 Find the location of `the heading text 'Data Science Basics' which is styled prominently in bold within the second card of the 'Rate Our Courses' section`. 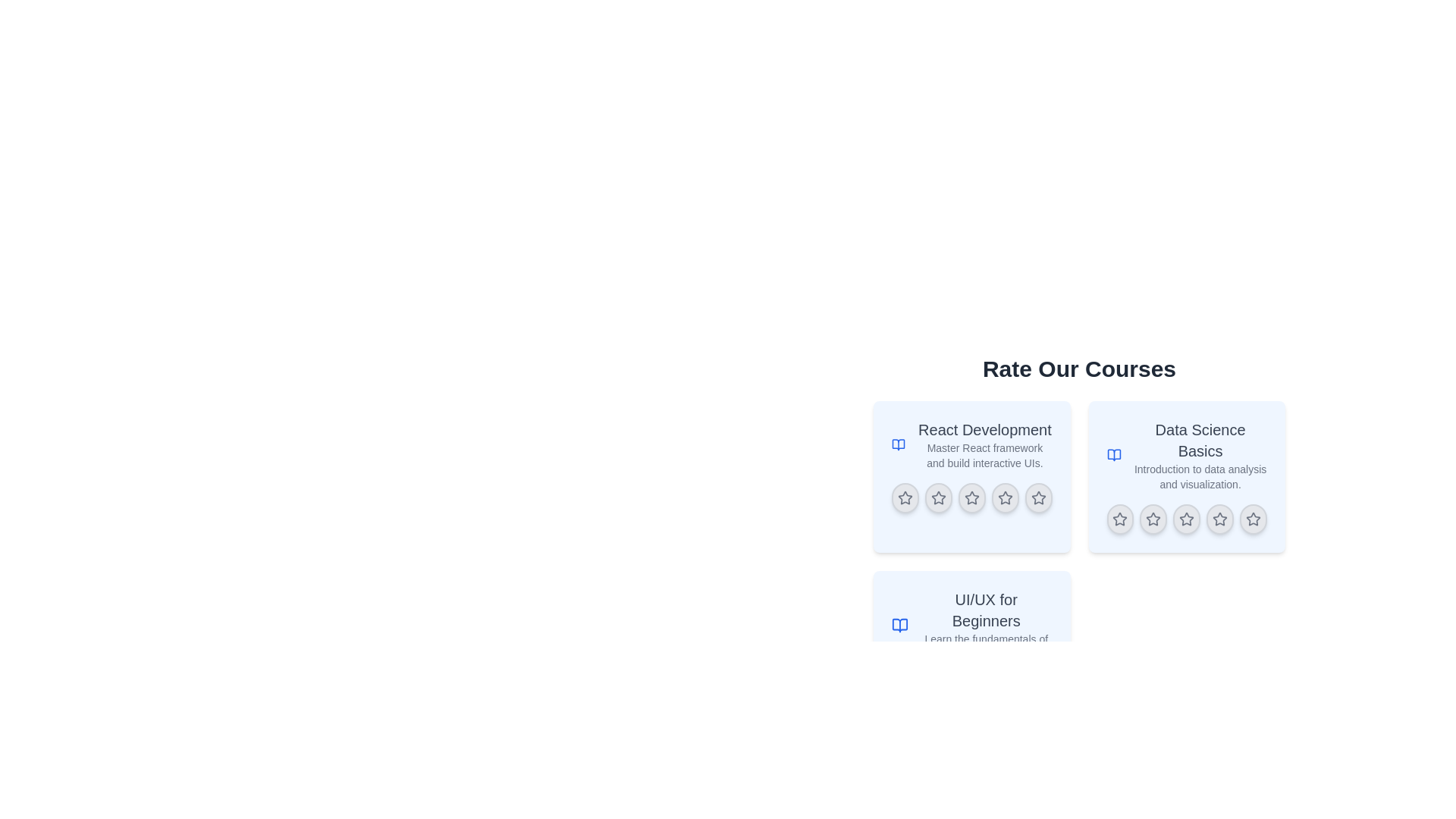

the heading text 'Data Science Basics' which is styled prominently in bold within the second card of the 'Rate Our Courses' section is located at coordinates (1200, 441).